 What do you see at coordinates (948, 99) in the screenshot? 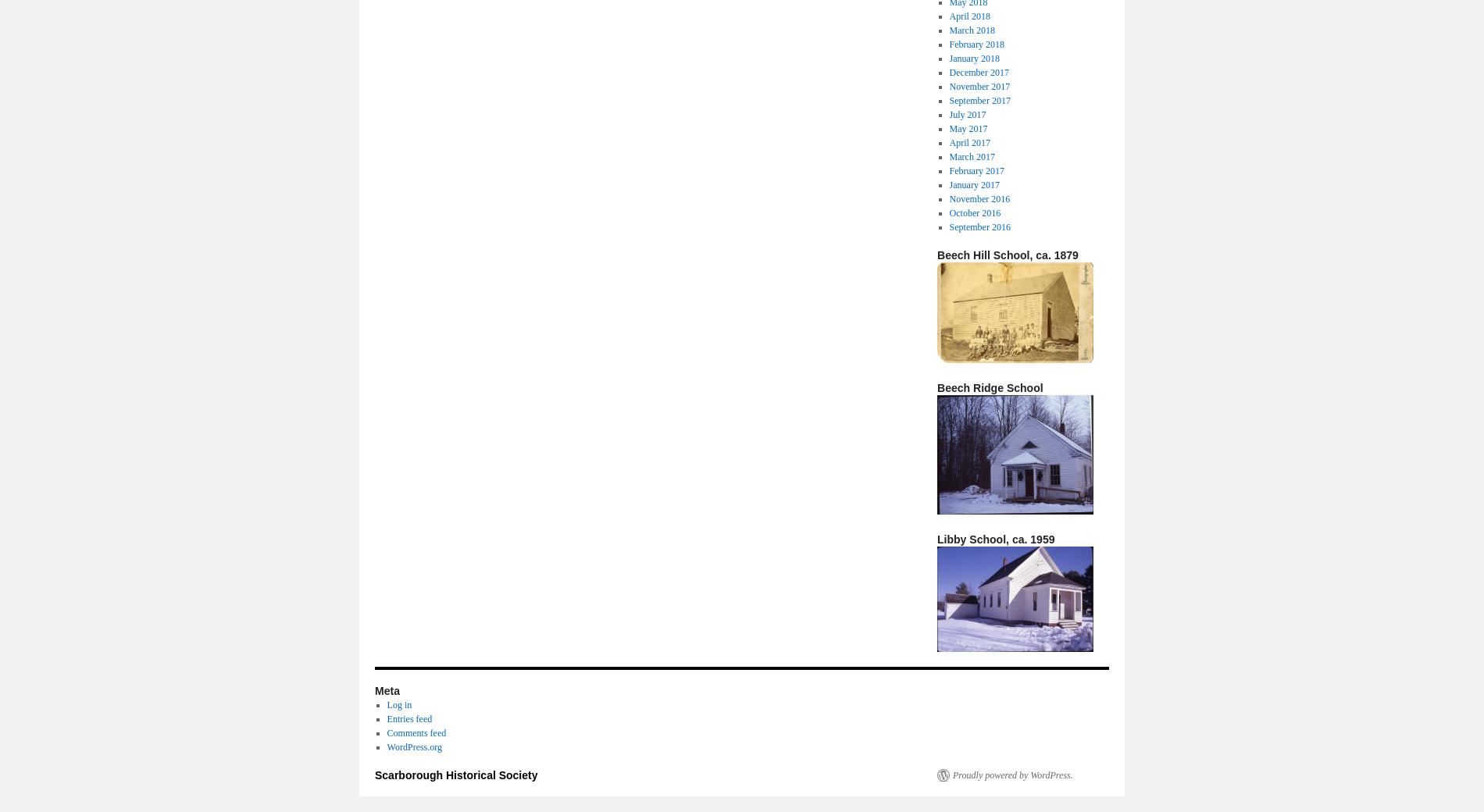
I see `'September 2017'` at bounding box center [948, 99].